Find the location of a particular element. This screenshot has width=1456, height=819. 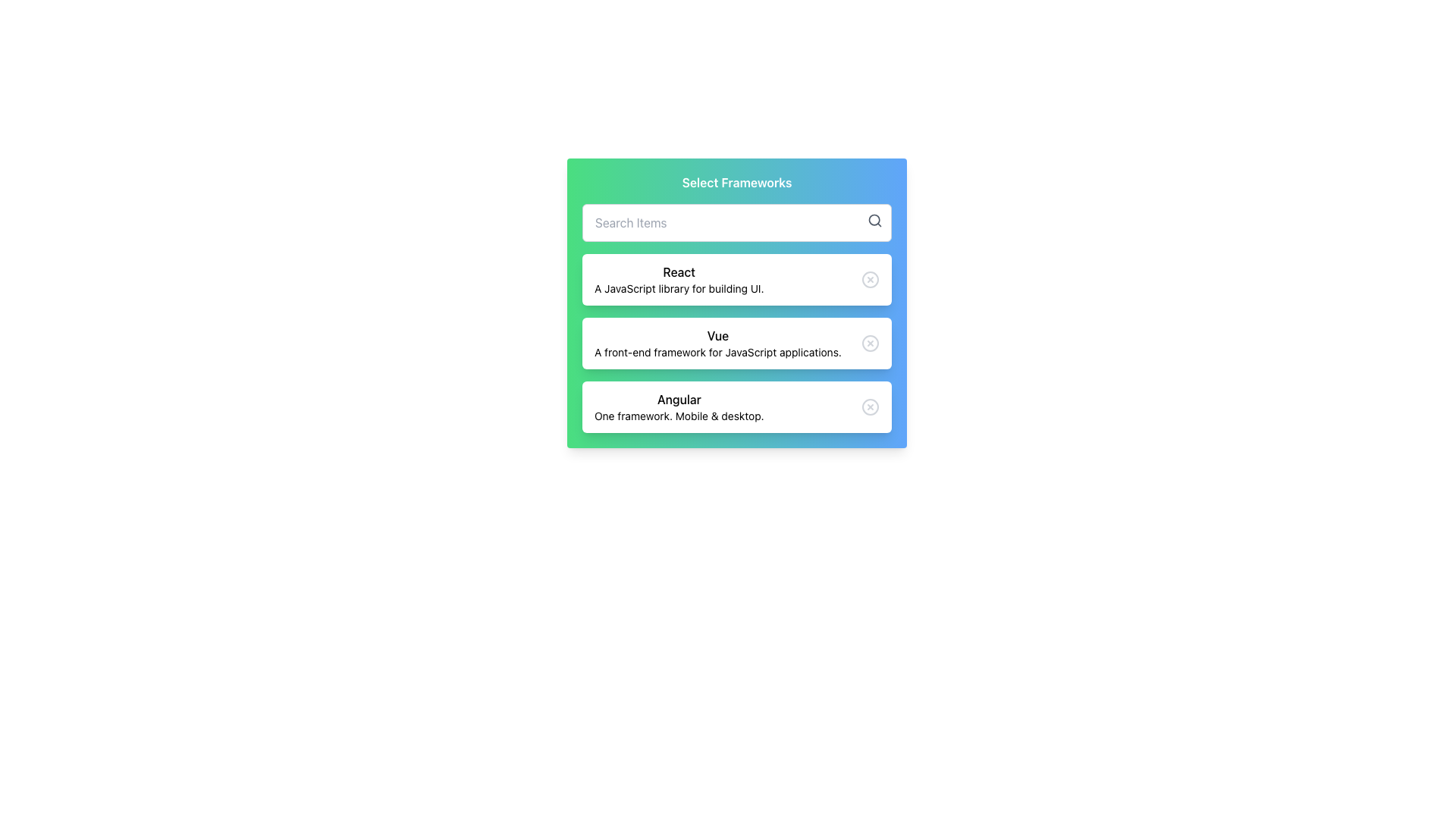

the List item labeled 'Vue', which is the second item in a vertical list with a white background and rounded corners is located at coordinates (736, 343).